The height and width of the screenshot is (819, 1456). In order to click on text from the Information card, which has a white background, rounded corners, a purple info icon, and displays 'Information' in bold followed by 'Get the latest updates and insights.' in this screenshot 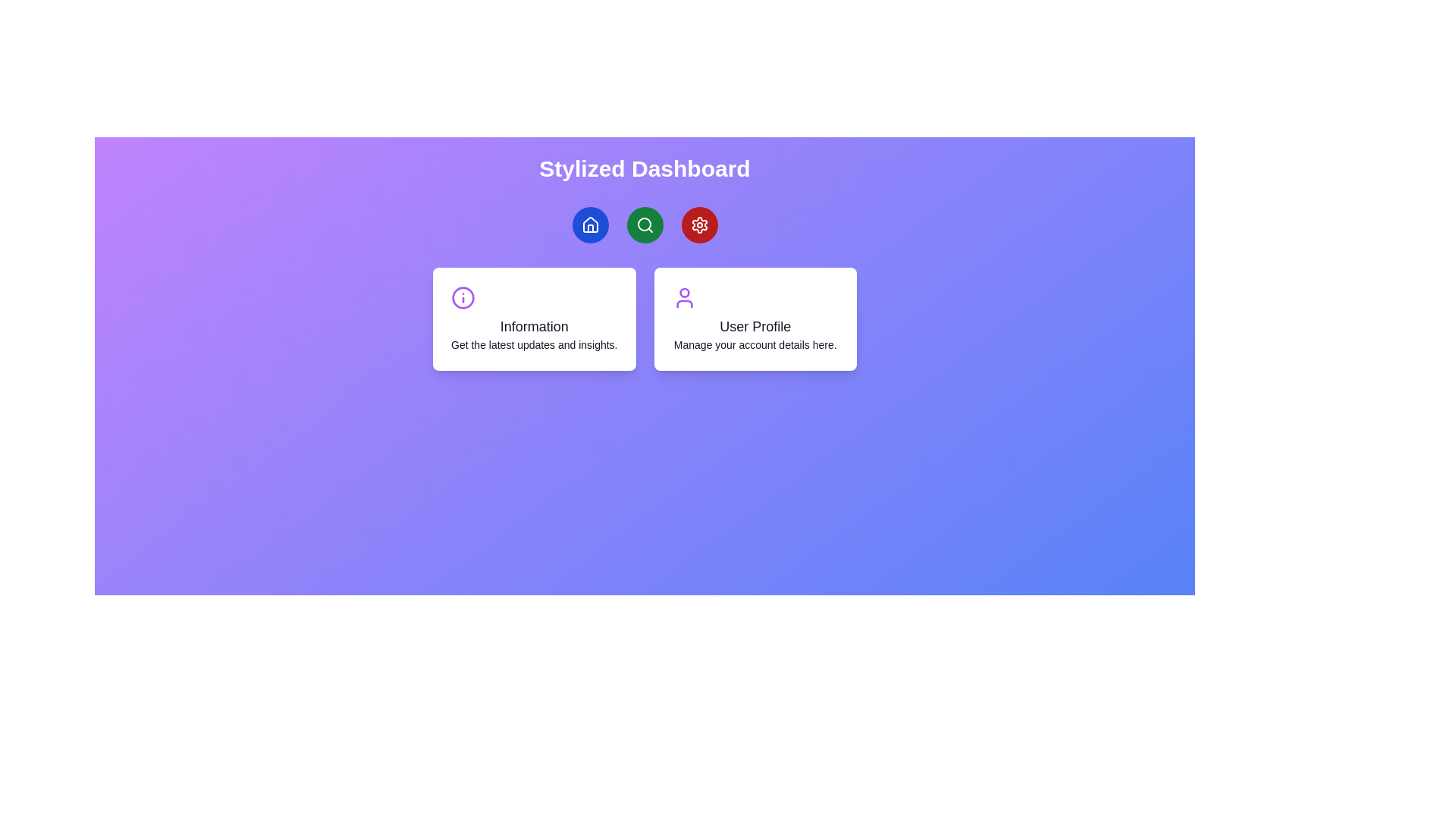, I will do `click(534, 318)`.